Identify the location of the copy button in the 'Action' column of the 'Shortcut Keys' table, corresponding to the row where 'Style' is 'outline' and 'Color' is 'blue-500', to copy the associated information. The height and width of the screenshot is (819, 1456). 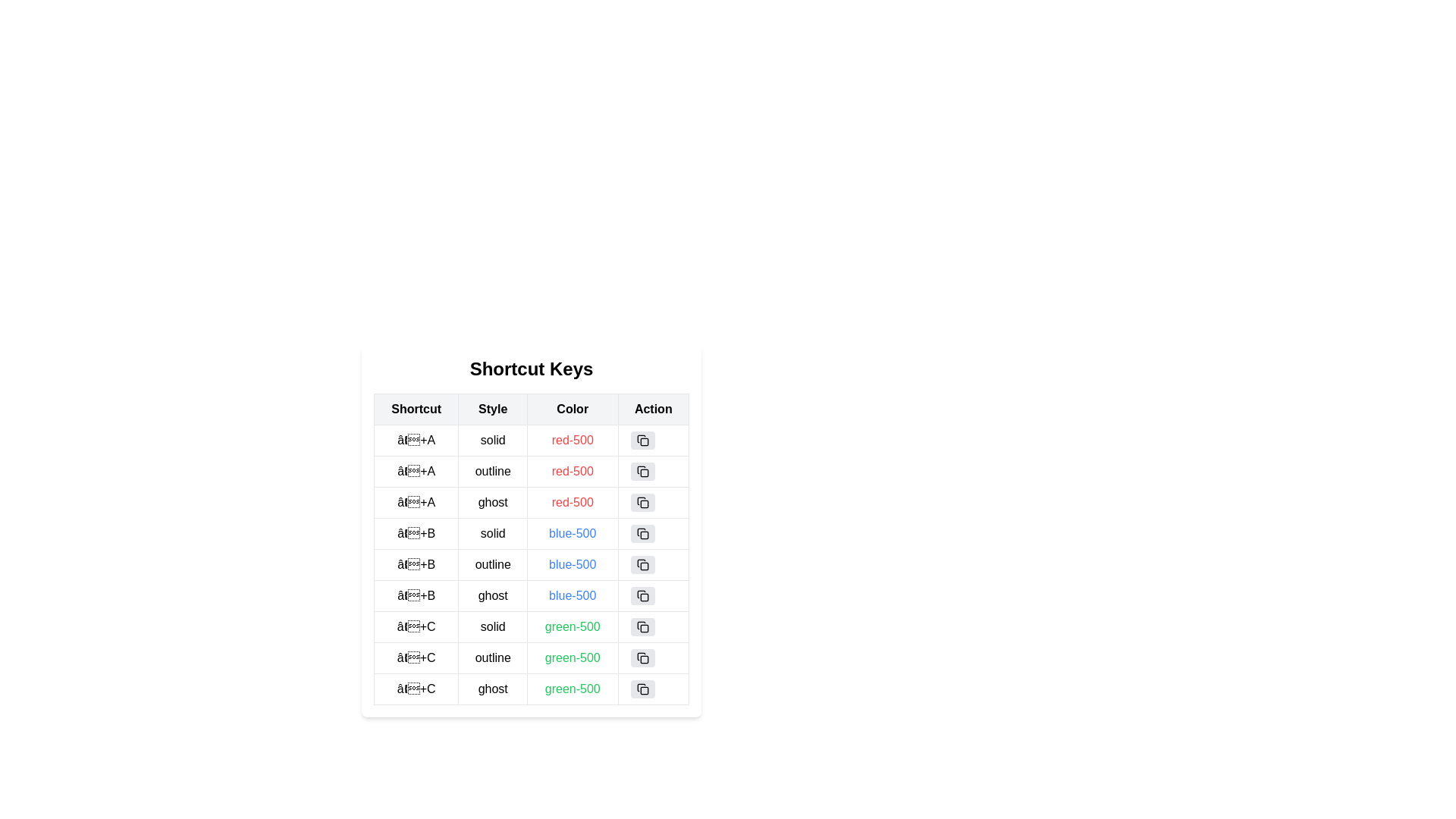
(642, 564).